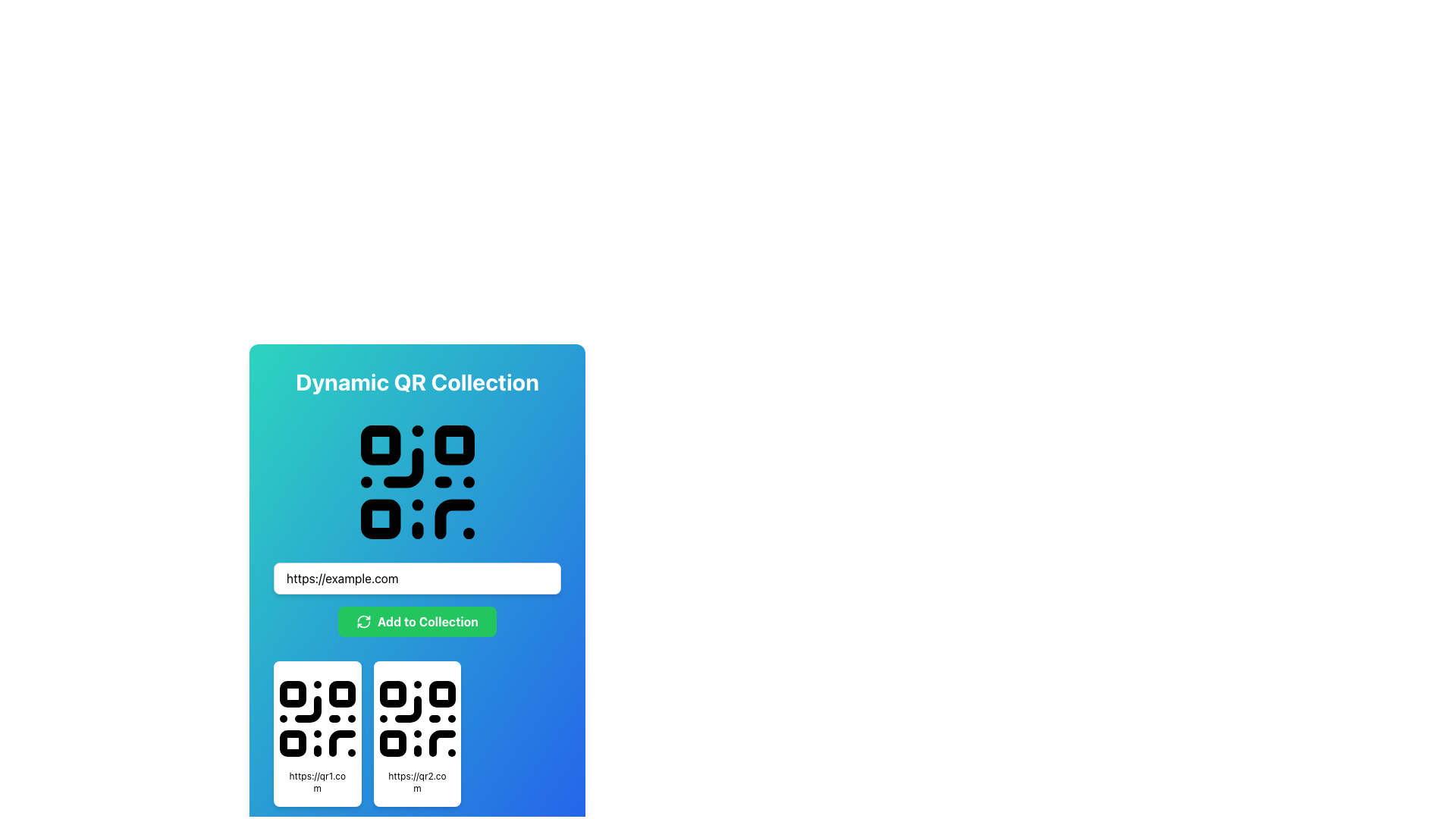 The image size is (1456, 819). What do you see at coordinates (441, 693) in the screenshot?
I see `the second square from the left in the top row of the QR code grid, which is part of the Decorative graphical component in the 'Dynamic QR Collection' section` at bounding box center [441, 693].